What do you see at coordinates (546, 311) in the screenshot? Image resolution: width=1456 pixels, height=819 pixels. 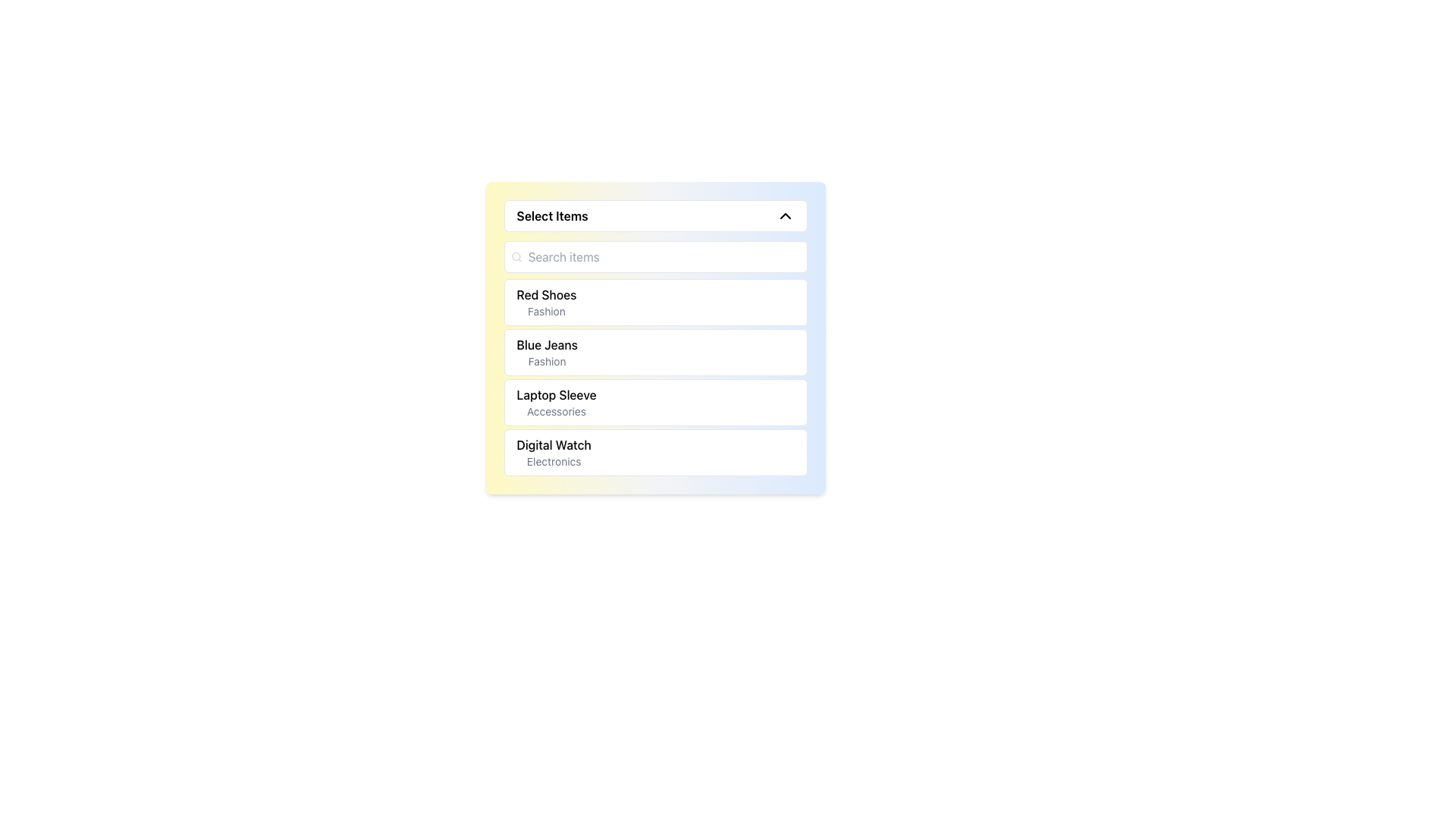 I see `the text label 'Fashion' which is displayed in a smaller, gray font beneath the bold main label 'Red Shoes'` at bounding box center [546, 311].